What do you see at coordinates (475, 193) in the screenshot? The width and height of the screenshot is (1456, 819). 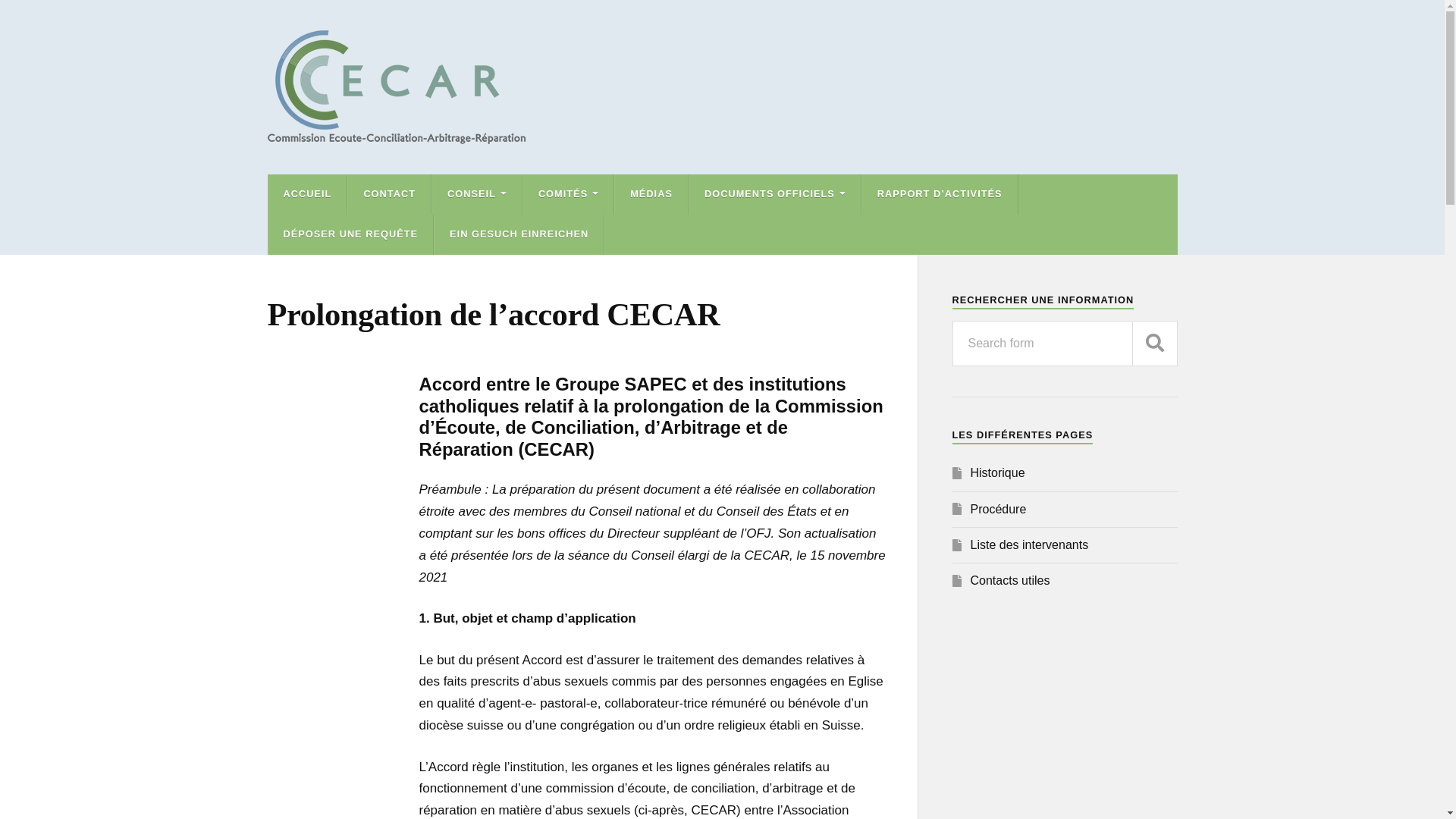 I see `'CONSEIL'` at bounding box center [475, 193].